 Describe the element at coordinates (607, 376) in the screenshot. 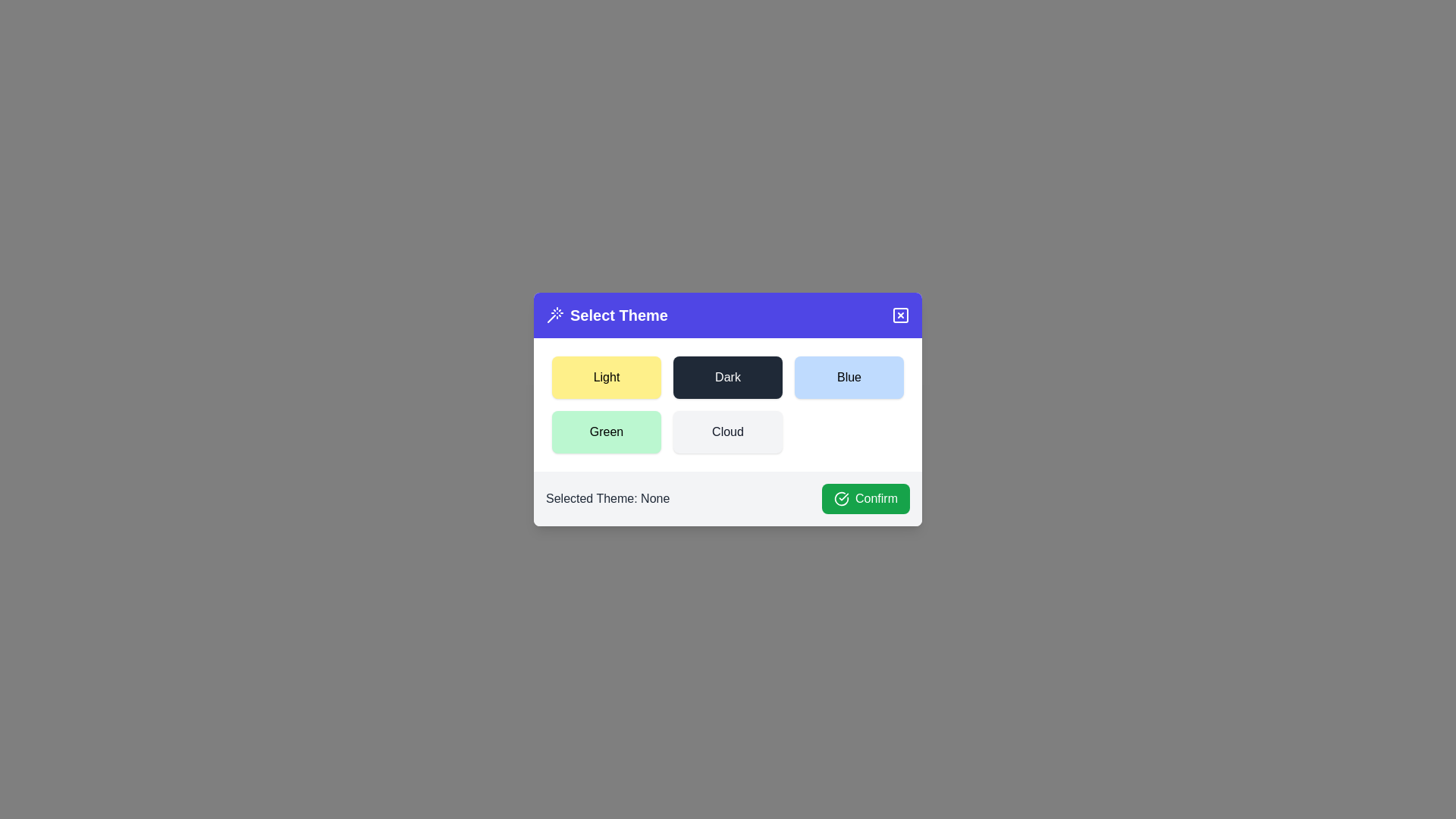

I see `the theme Light from the available options` at that location.